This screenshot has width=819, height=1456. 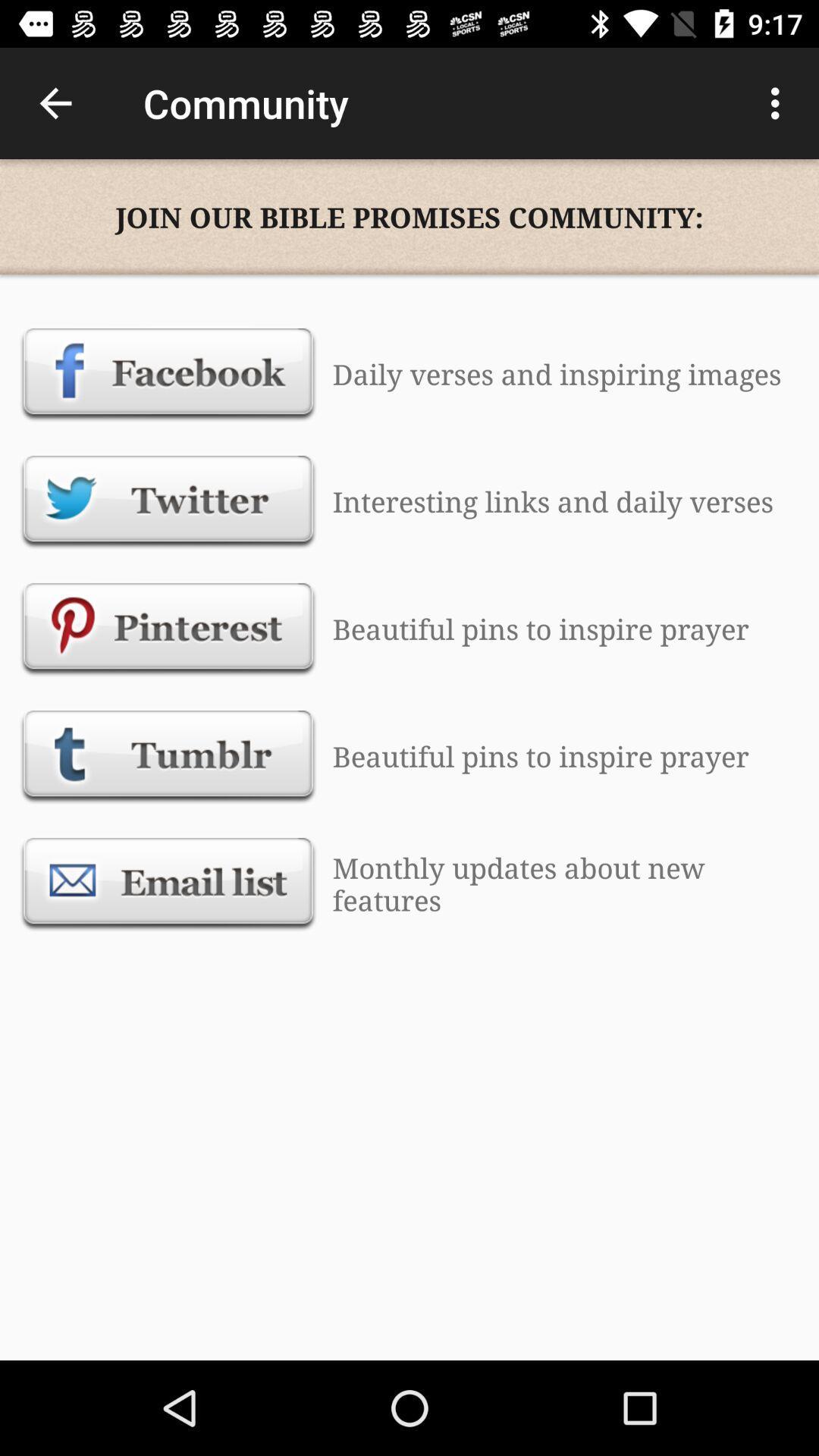 What do you see at coordinates (168, 501) in the screenshot?
I see `links and daily verses on` at bounding box center [168, 501].